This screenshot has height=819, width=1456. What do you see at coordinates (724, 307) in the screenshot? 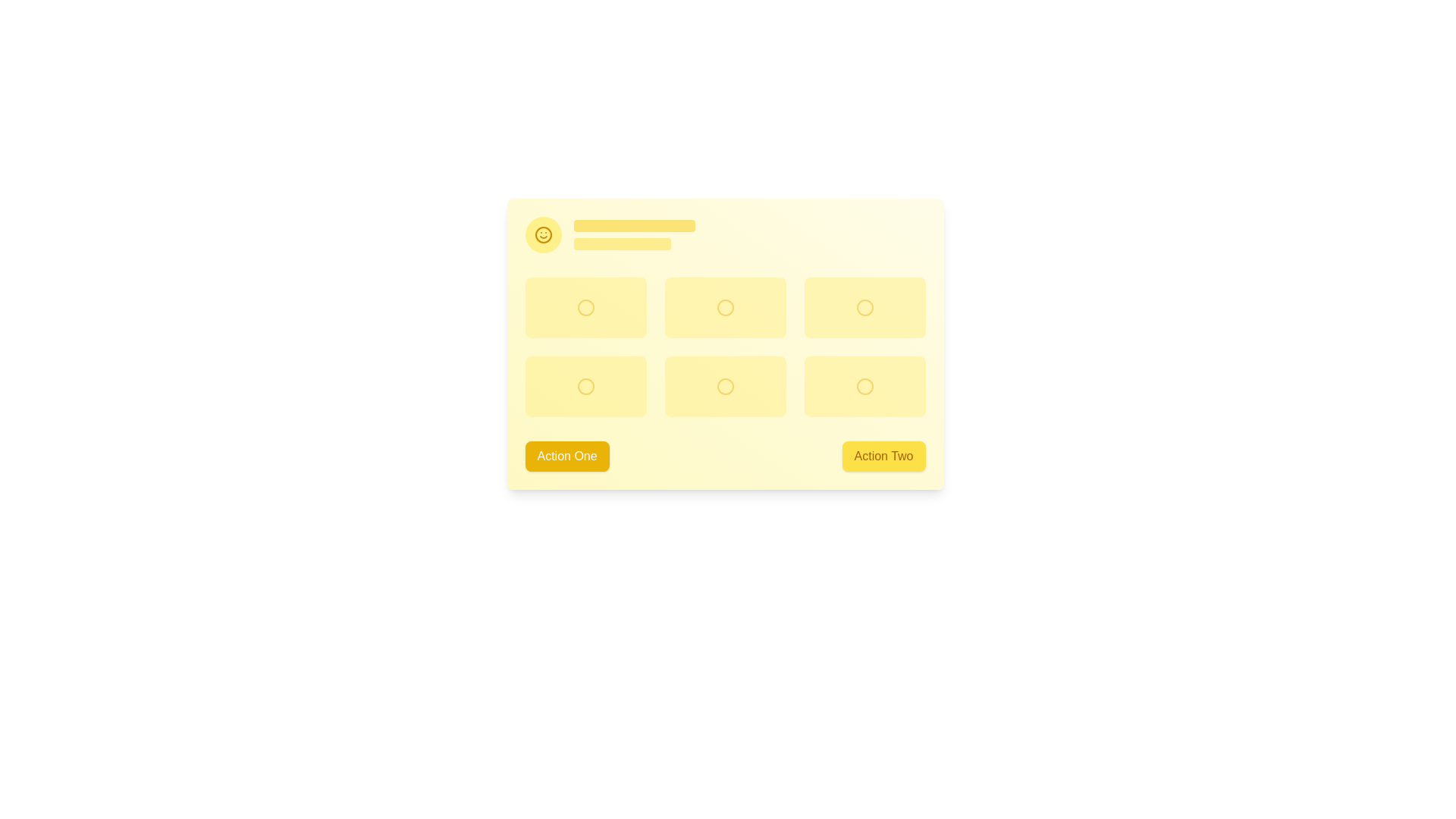
I see `the decorative status icon located in the second cell of the second row of a three-row grid` at bounding box center [724, 307].